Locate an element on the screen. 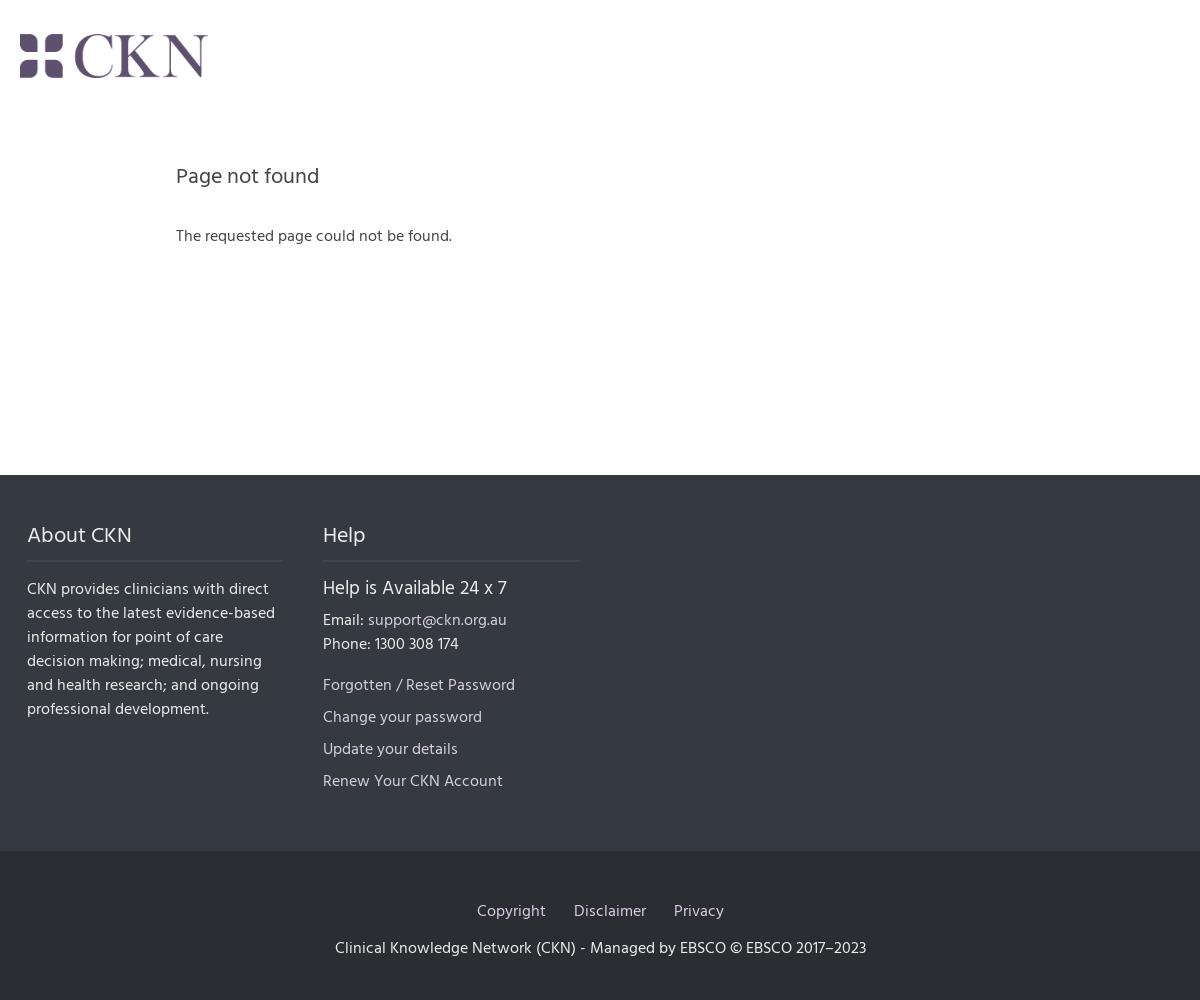 This screenshot has width=1200, height=1000. 'CKN provides clinicians with direct access to the latest evidence-based information for point of care decision making; medical, nursing and health research; and ongoing professional development.' is located at coordinates (150, 649).